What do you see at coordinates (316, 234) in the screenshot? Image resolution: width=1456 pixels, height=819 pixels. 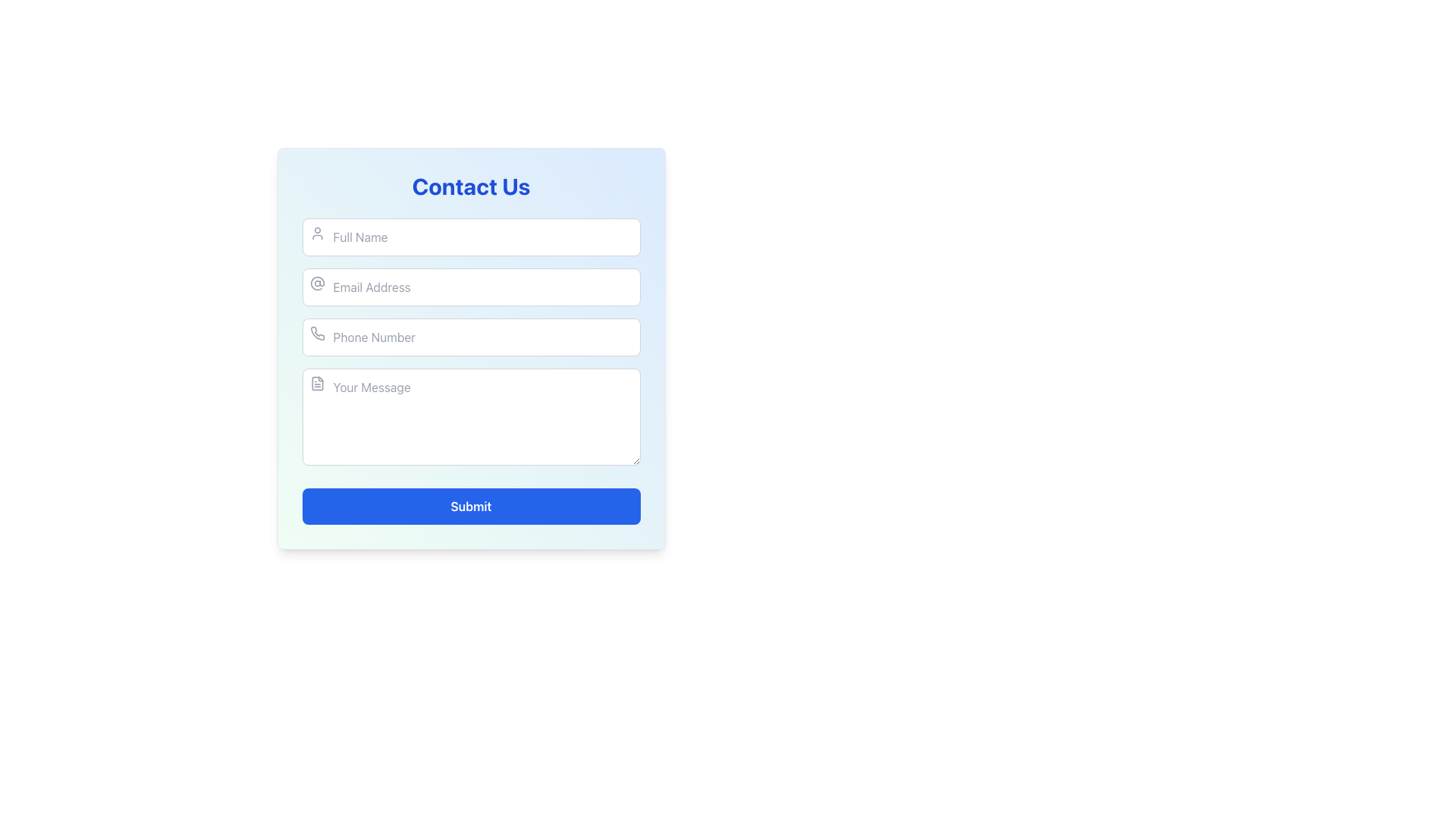 I see `the user profile icon located to the left of the 'Full Name' text input field in the contact form` at bounding box center [316, 234].